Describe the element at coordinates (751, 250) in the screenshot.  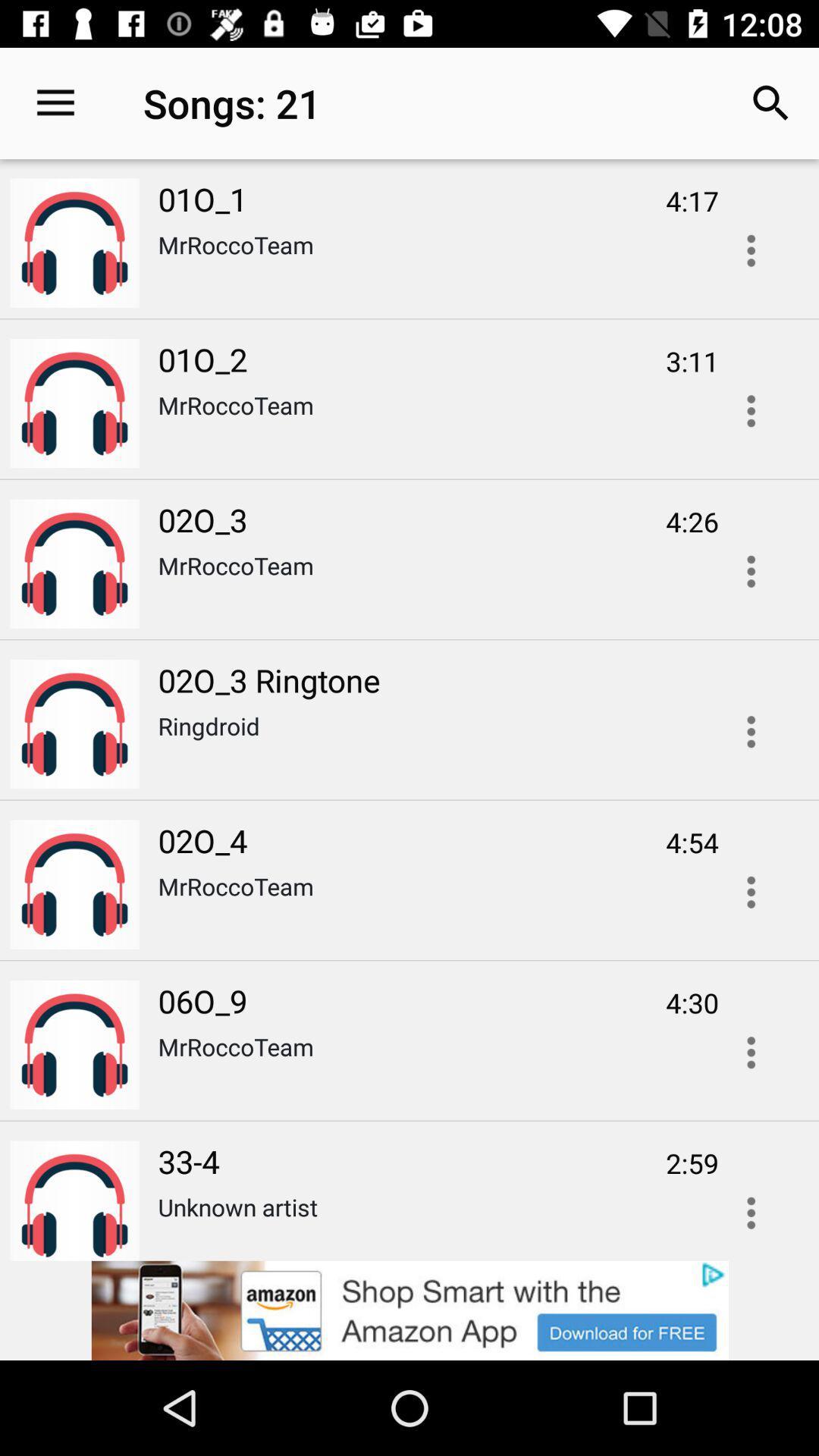
I see `open advertisement` at that location.